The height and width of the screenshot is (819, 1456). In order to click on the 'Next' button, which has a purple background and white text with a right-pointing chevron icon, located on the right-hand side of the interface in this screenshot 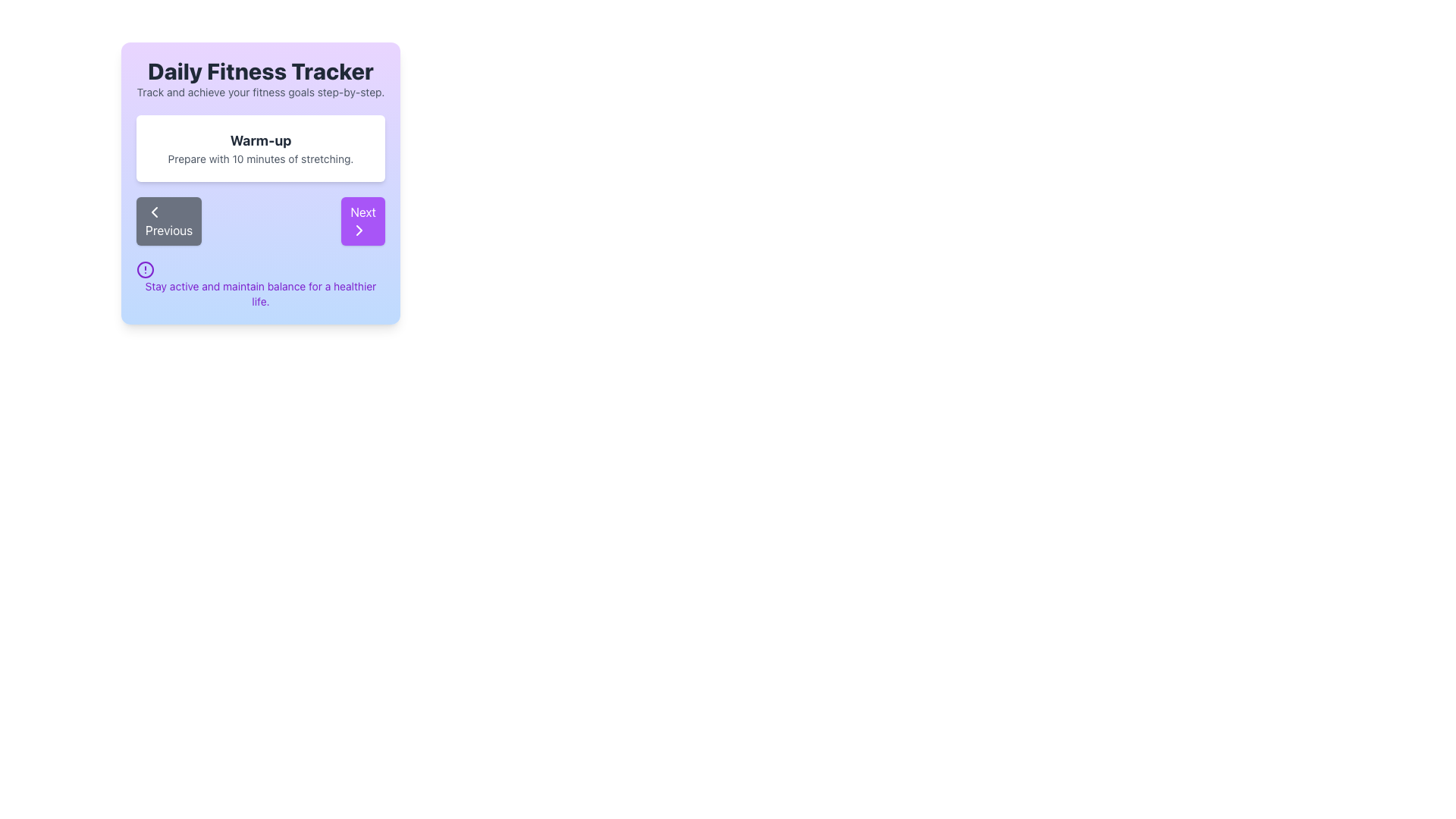, I will do `click(362, 221)`.